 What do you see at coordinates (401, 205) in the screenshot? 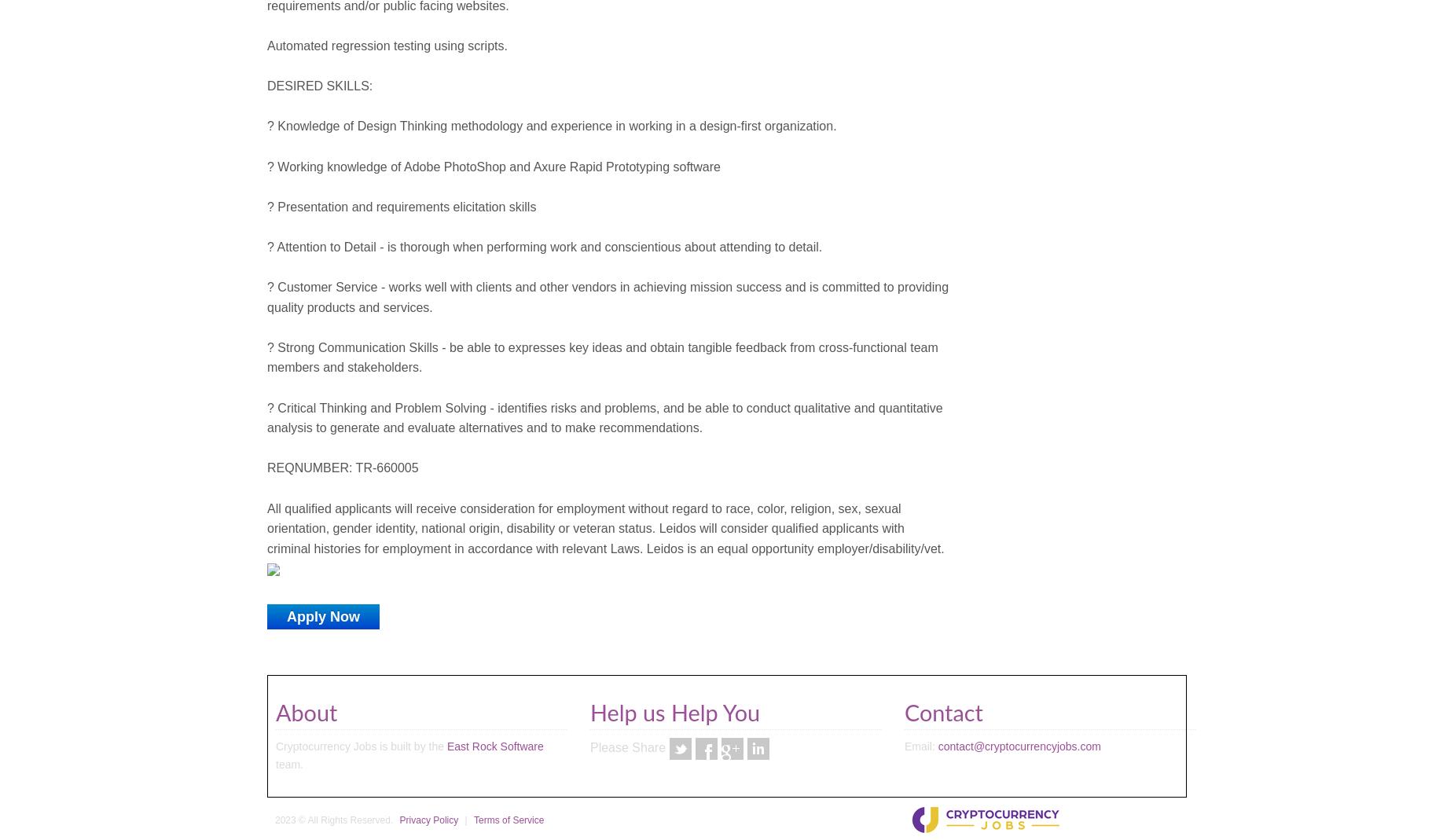
I see `'? Presentation and requirements elicitation skills'` at bounding box center [401, 205].